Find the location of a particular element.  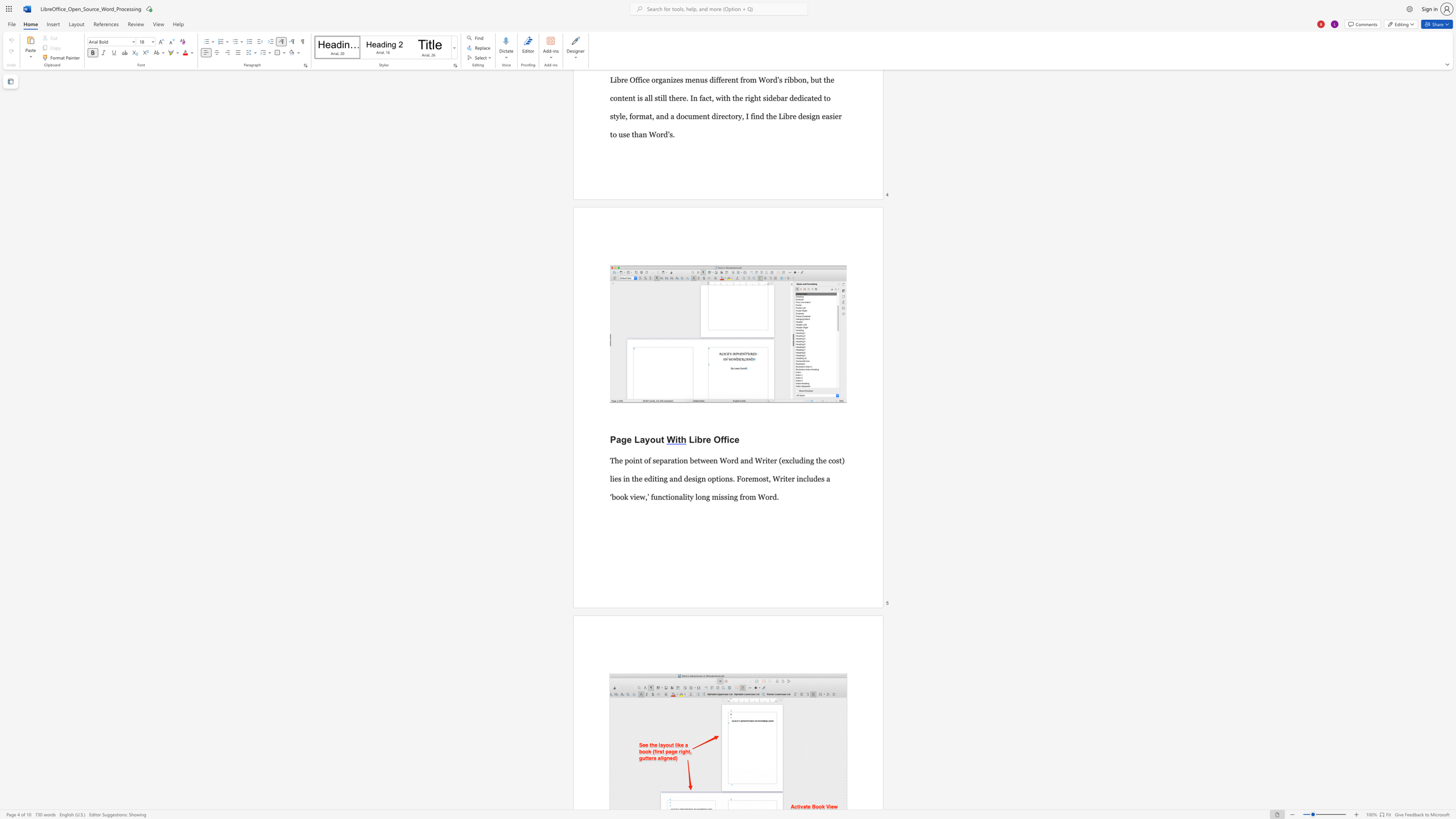

the space between the continuous character "a" and "g" in the text is located at coordinates (621, 439).